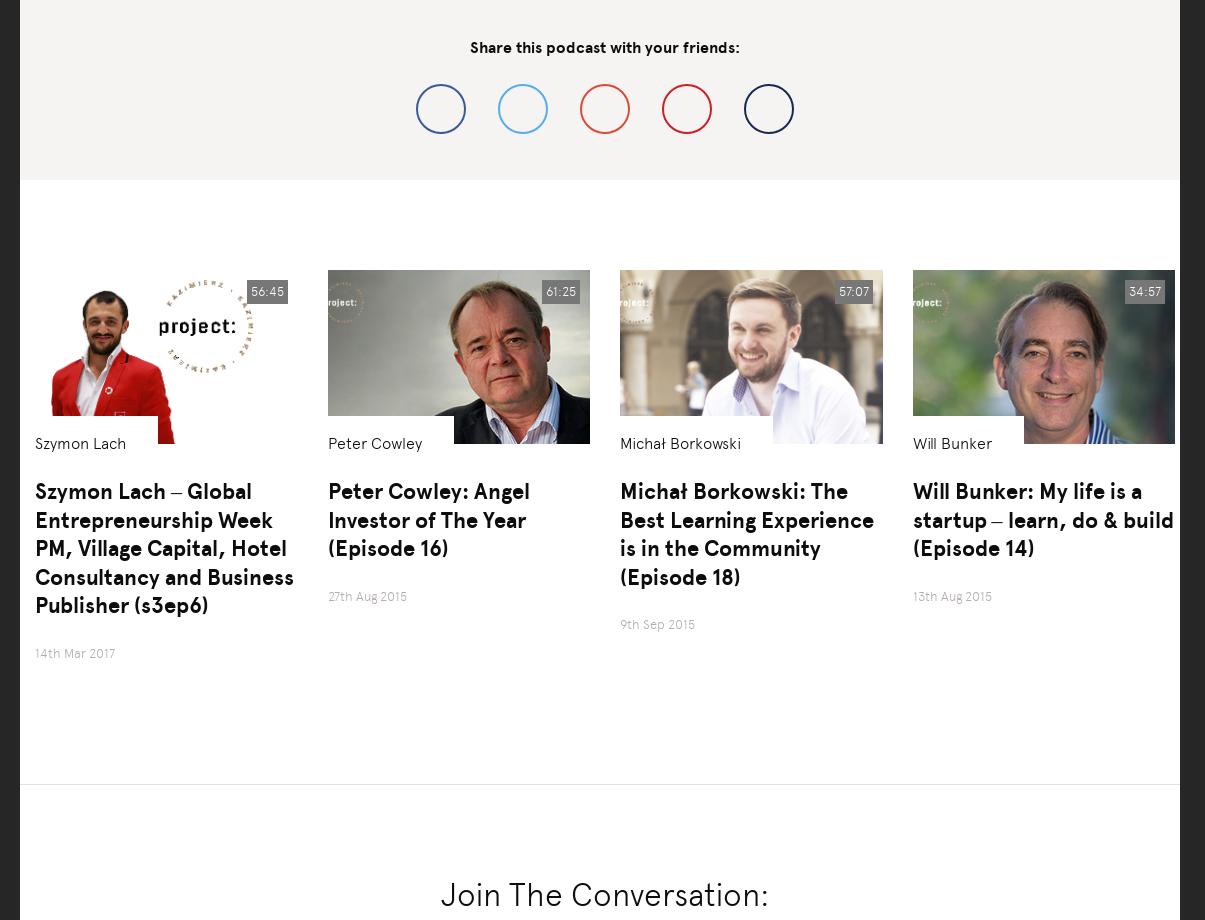 The height and width of the screenshot is (920, 1205). What do you see at coordinates (74, 716) in the screenshot?
I see `'03:52'` at bounding box center [74, 716].